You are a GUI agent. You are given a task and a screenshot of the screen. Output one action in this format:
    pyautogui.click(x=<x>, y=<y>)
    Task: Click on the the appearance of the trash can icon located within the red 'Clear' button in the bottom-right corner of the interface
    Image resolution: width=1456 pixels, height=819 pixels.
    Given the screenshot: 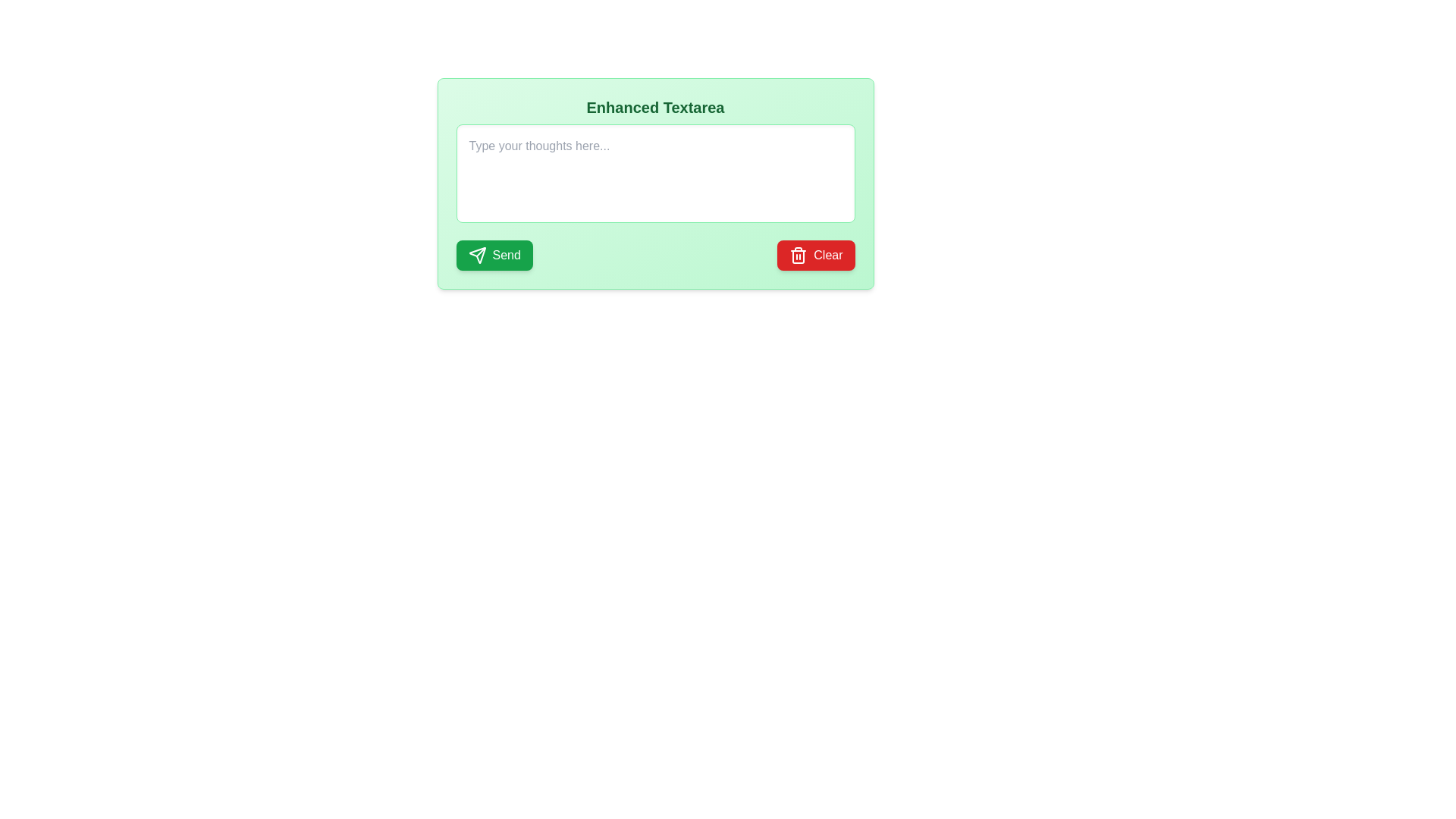 What is the action you would take?
    pyautogui.click(x=798, y=254)
    